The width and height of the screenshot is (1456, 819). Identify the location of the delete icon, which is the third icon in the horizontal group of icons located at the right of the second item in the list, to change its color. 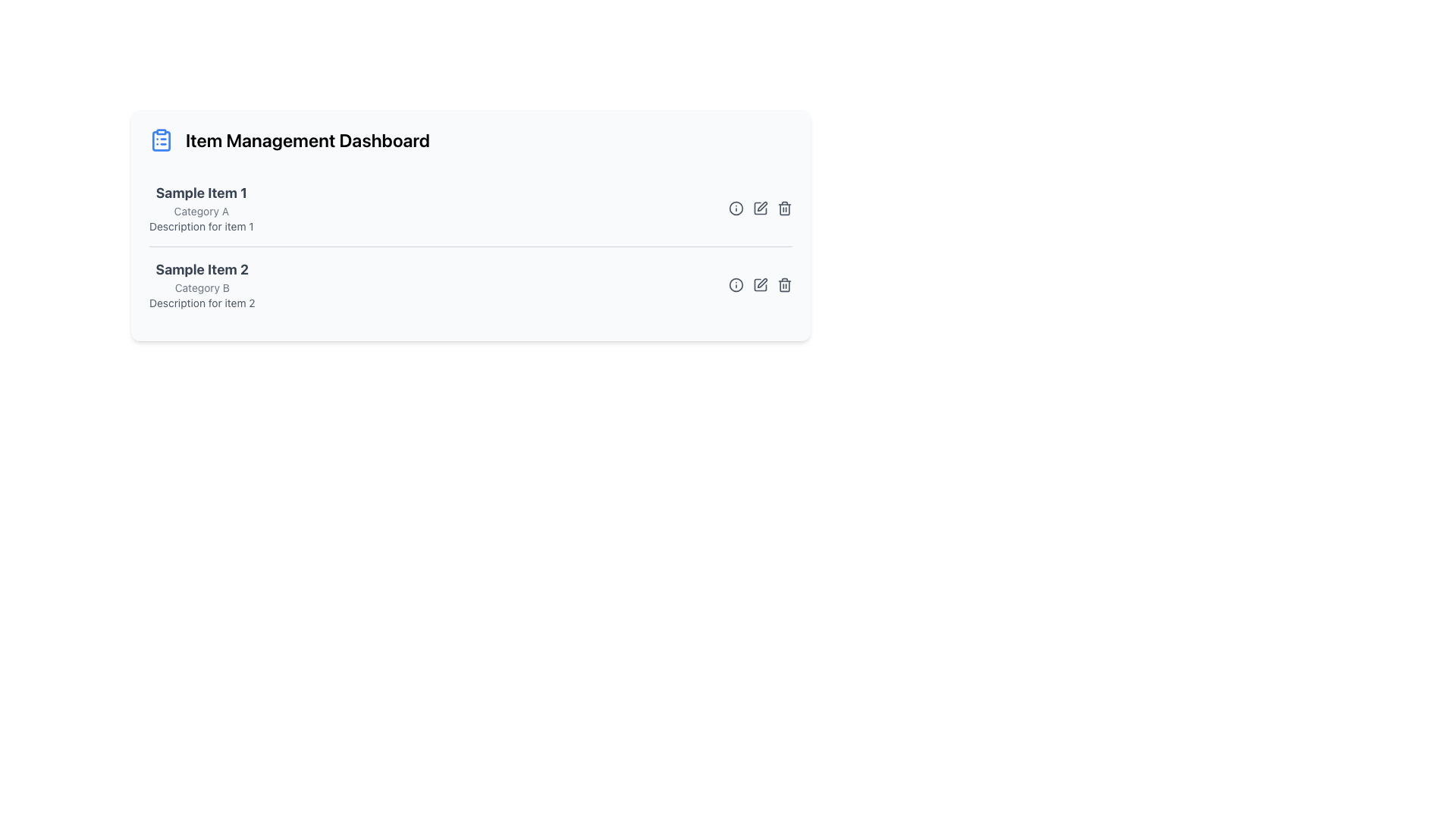
(785, 284).